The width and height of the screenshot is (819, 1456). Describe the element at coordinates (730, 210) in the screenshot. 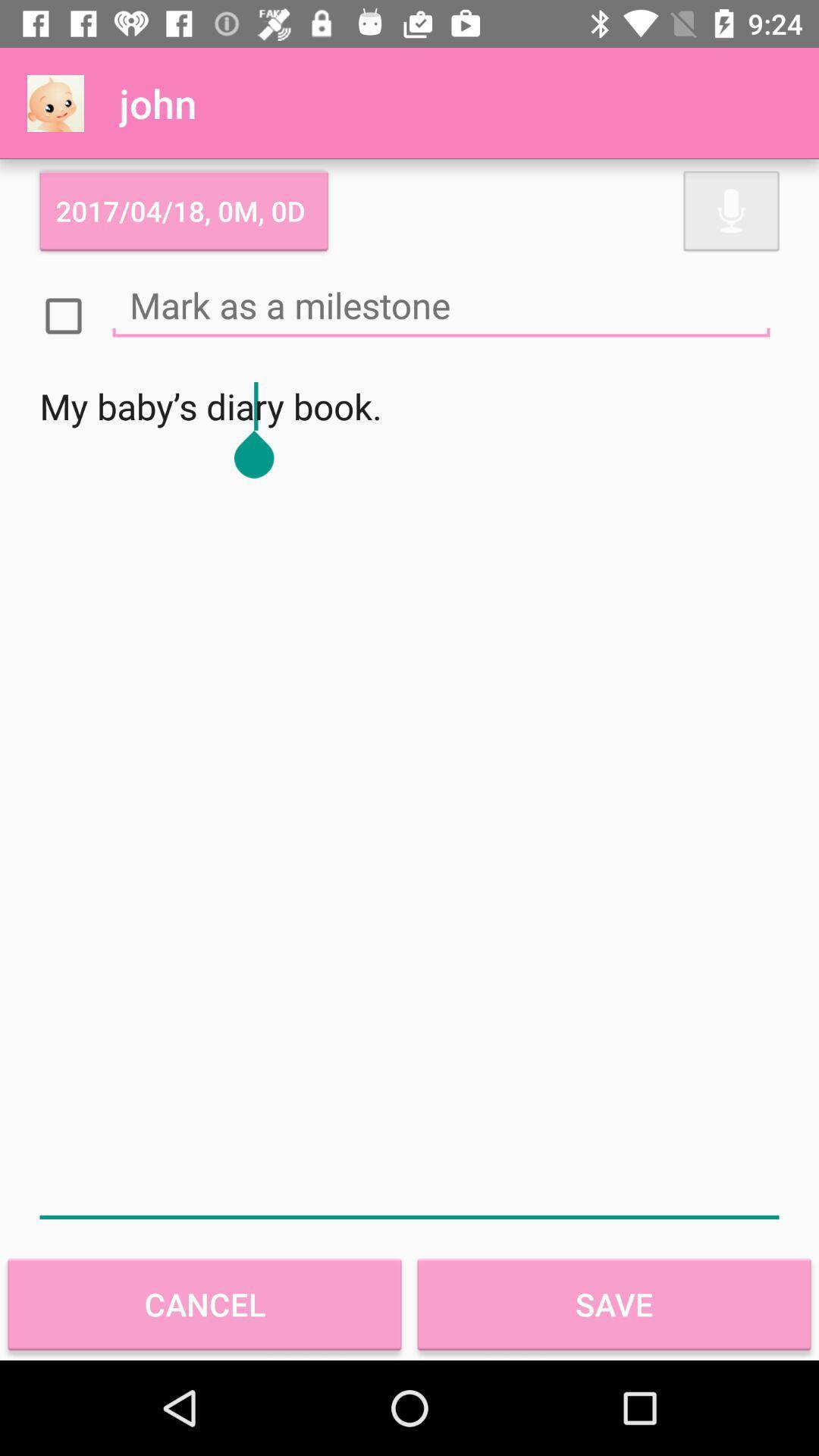

I see `item to the right of 2017 04 18 icon` at that location.